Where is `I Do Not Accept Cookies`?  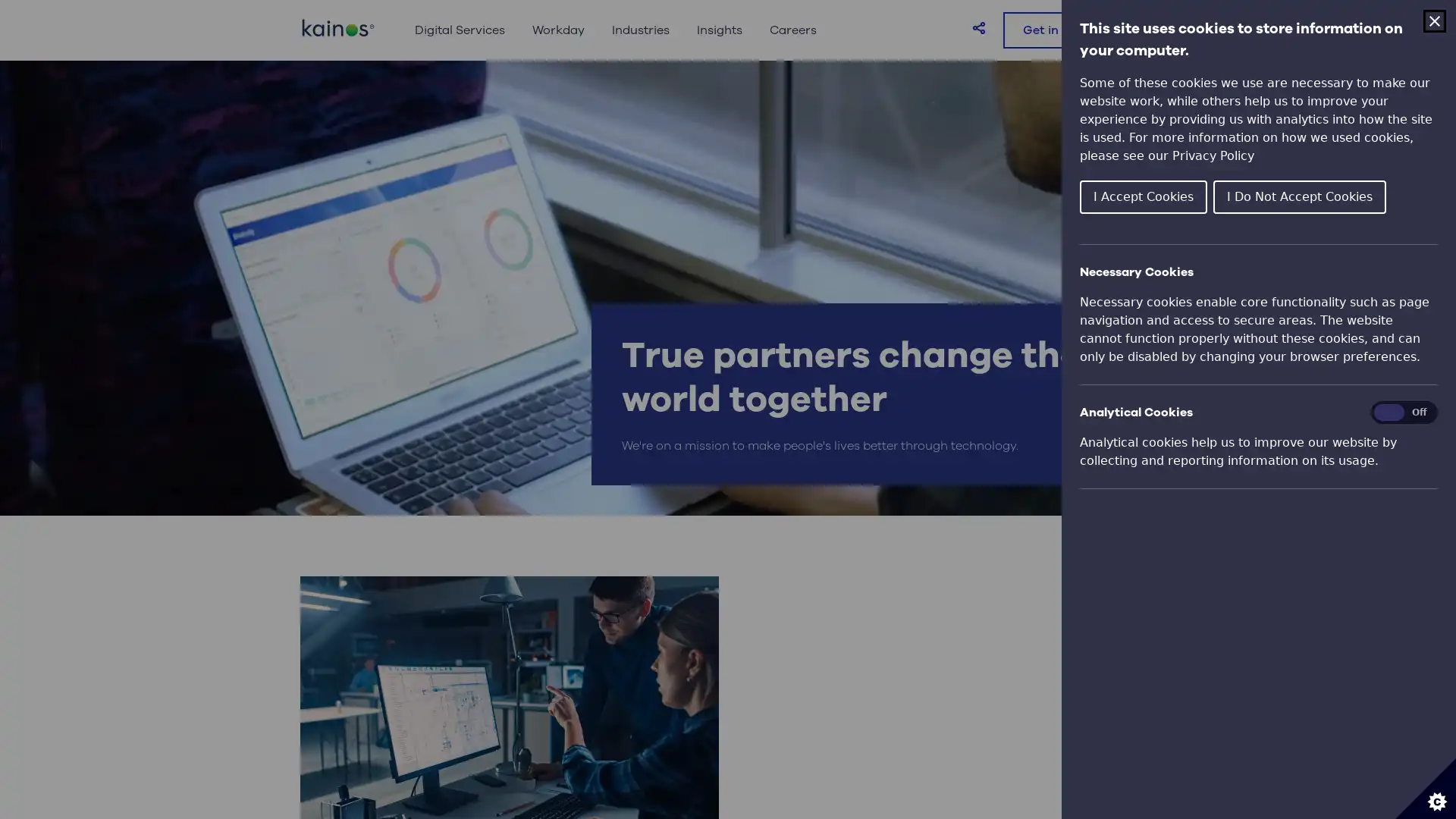 I Do Not Accept Cookies is located at coordinates (1298, 195).